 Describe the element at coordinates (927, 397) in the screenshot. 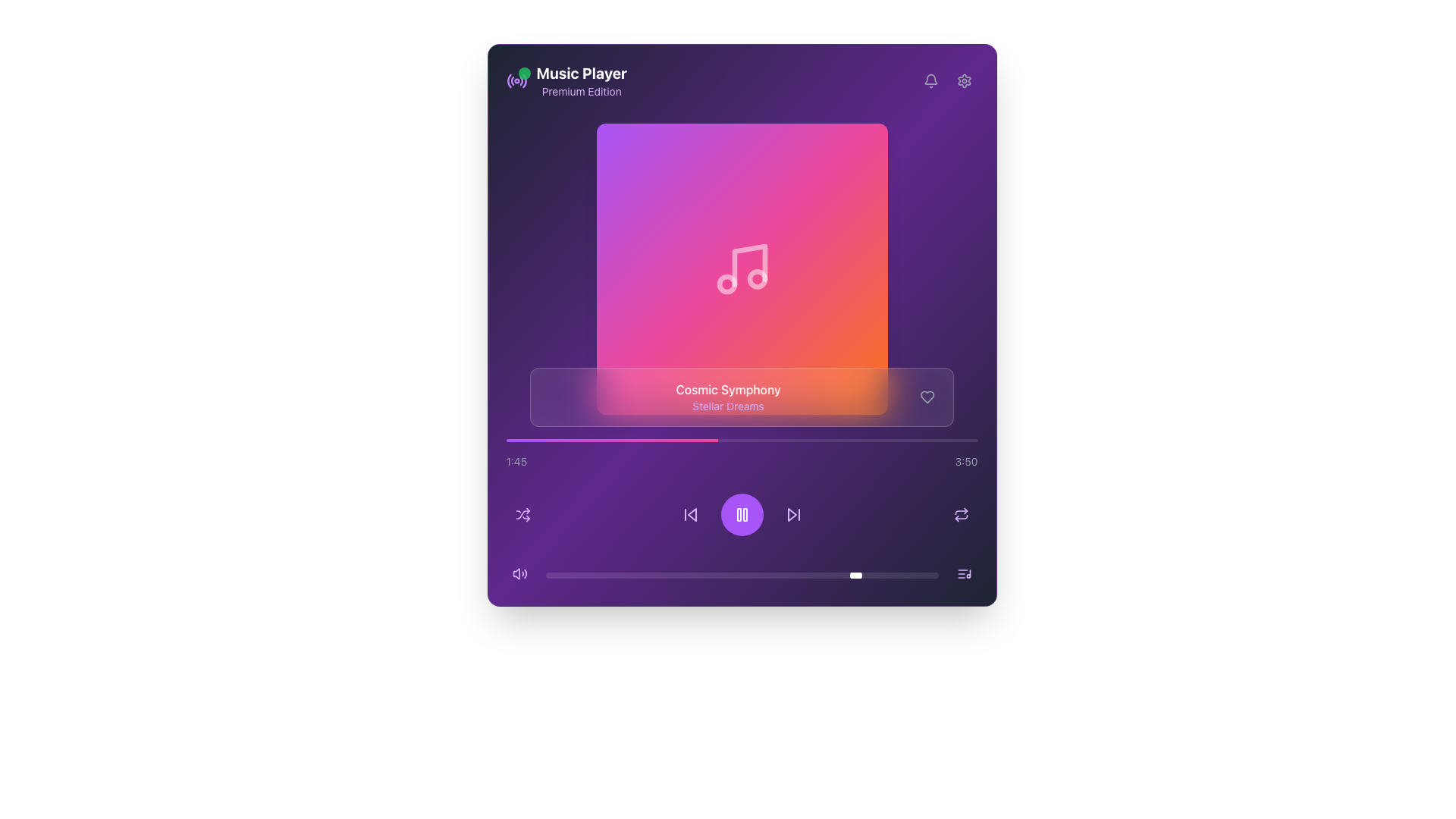

I see `the heart-shaped icon button at the right edge of the player's info box` at that location.